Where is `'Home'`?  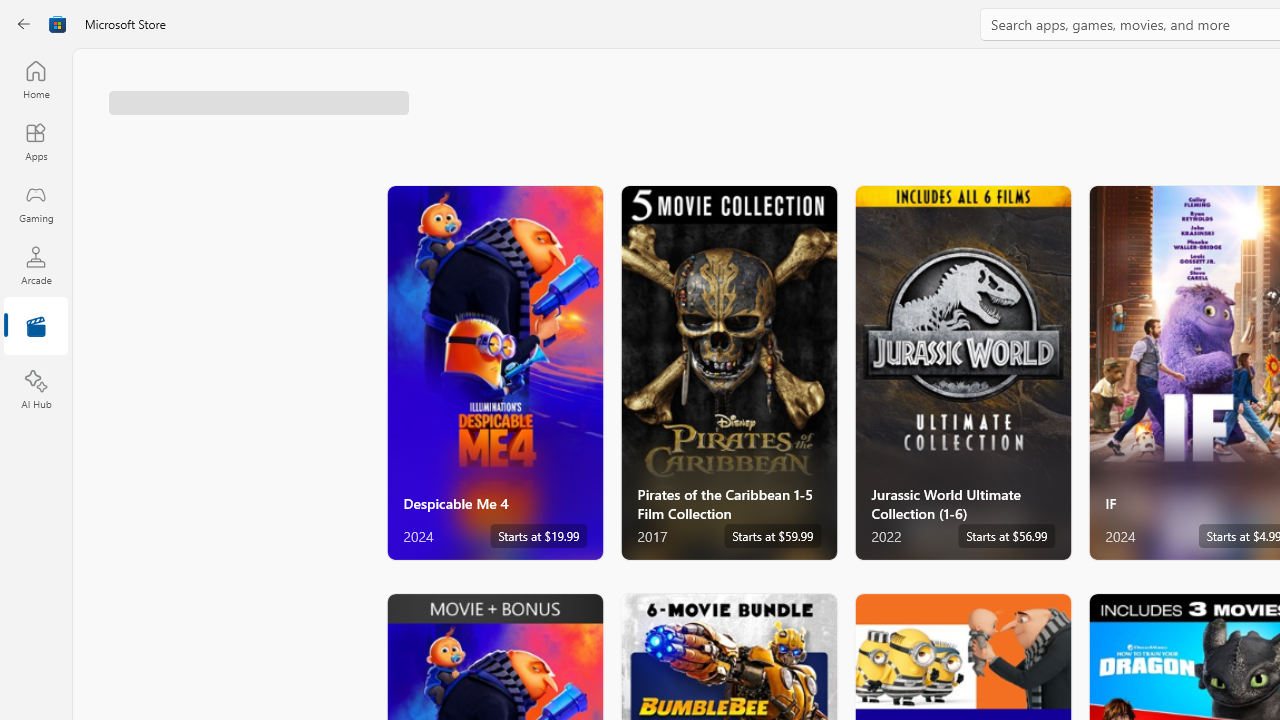
'Home' is located at coordinates (35, 78).